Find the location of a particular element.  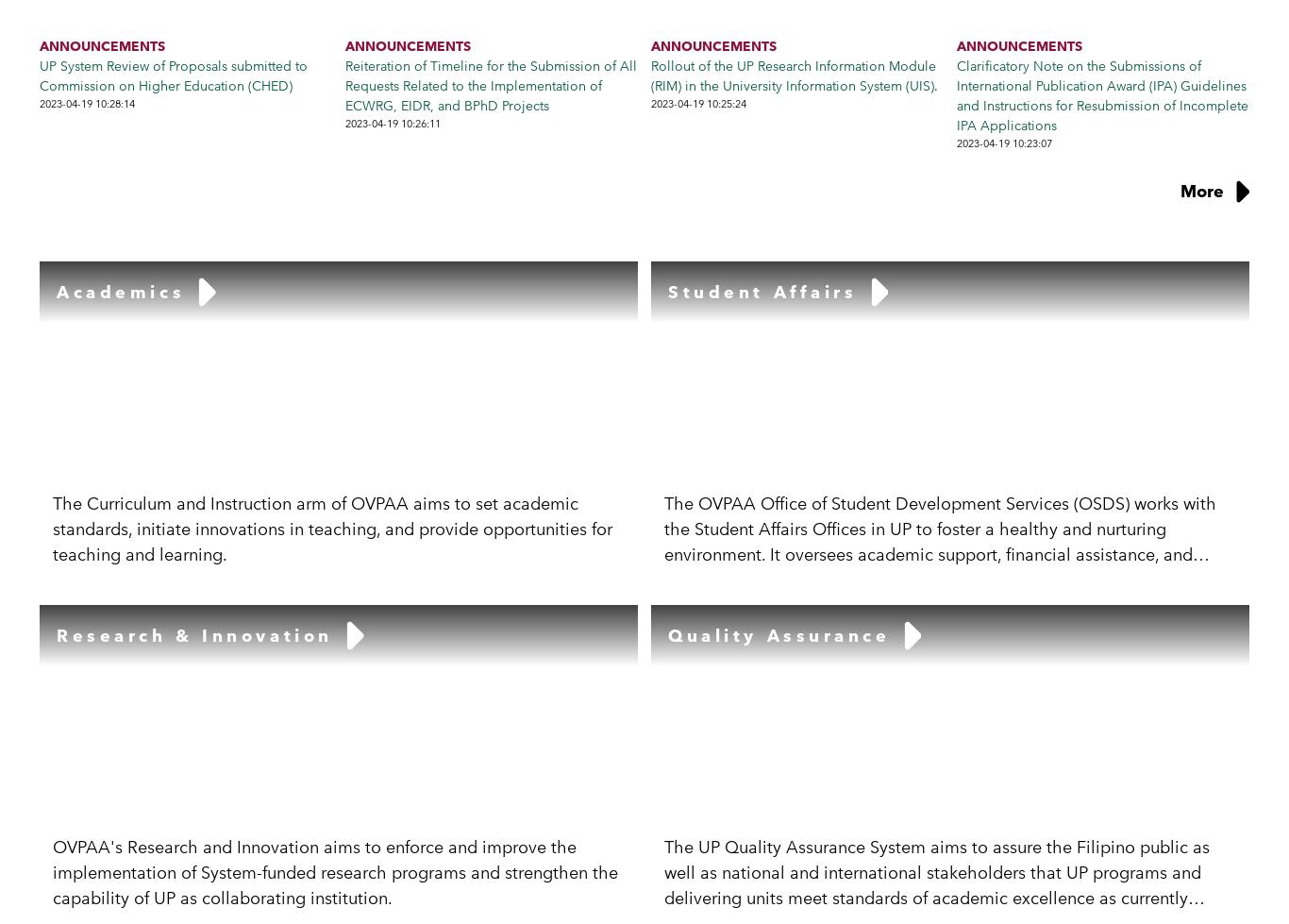

'Academics' is located at coordinates (56, 292).